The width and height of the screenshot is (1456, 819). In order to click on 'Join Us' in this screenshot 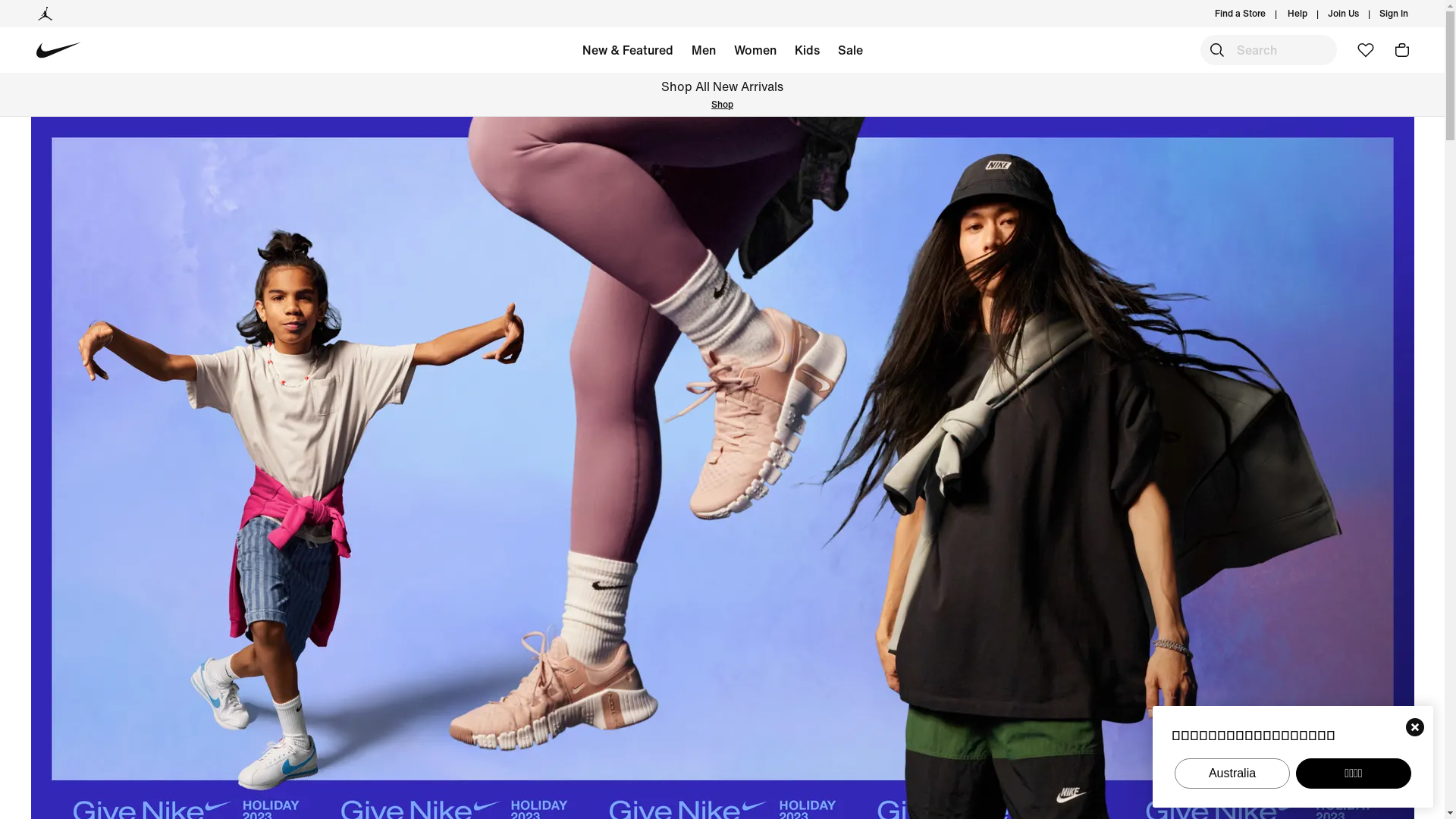, I will do `click(1343, 14)`.